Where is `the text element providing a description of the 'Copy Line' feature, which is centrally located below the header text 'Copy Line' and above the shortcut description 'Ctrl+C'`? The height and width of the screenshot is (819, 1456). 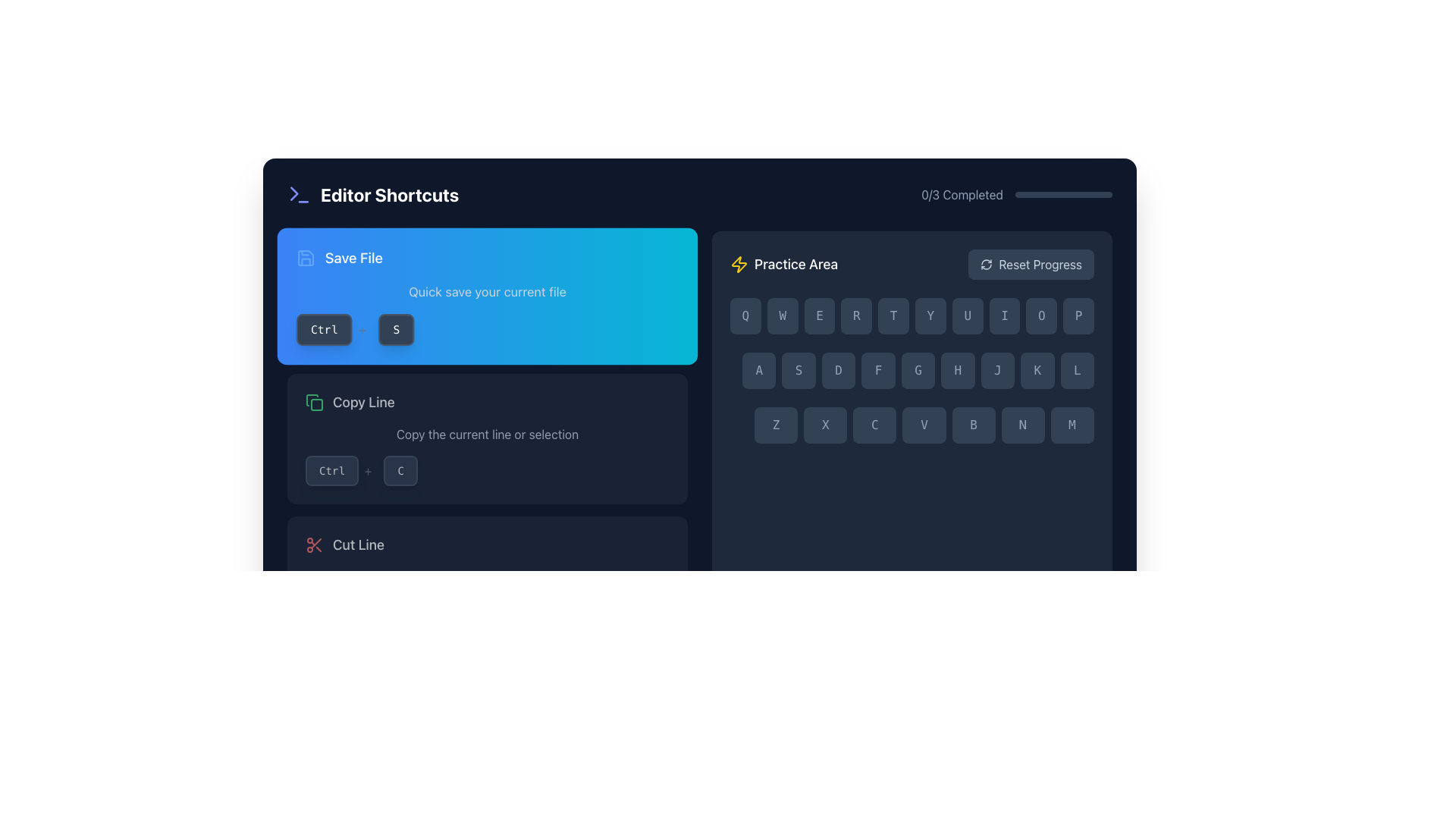
the text element providing a description of the 'Copy Line' feature, which is centrally located below the header text 'Copy Line' and above the shortcut description 'Ctrl+C' is located at coordinates (488, 435).